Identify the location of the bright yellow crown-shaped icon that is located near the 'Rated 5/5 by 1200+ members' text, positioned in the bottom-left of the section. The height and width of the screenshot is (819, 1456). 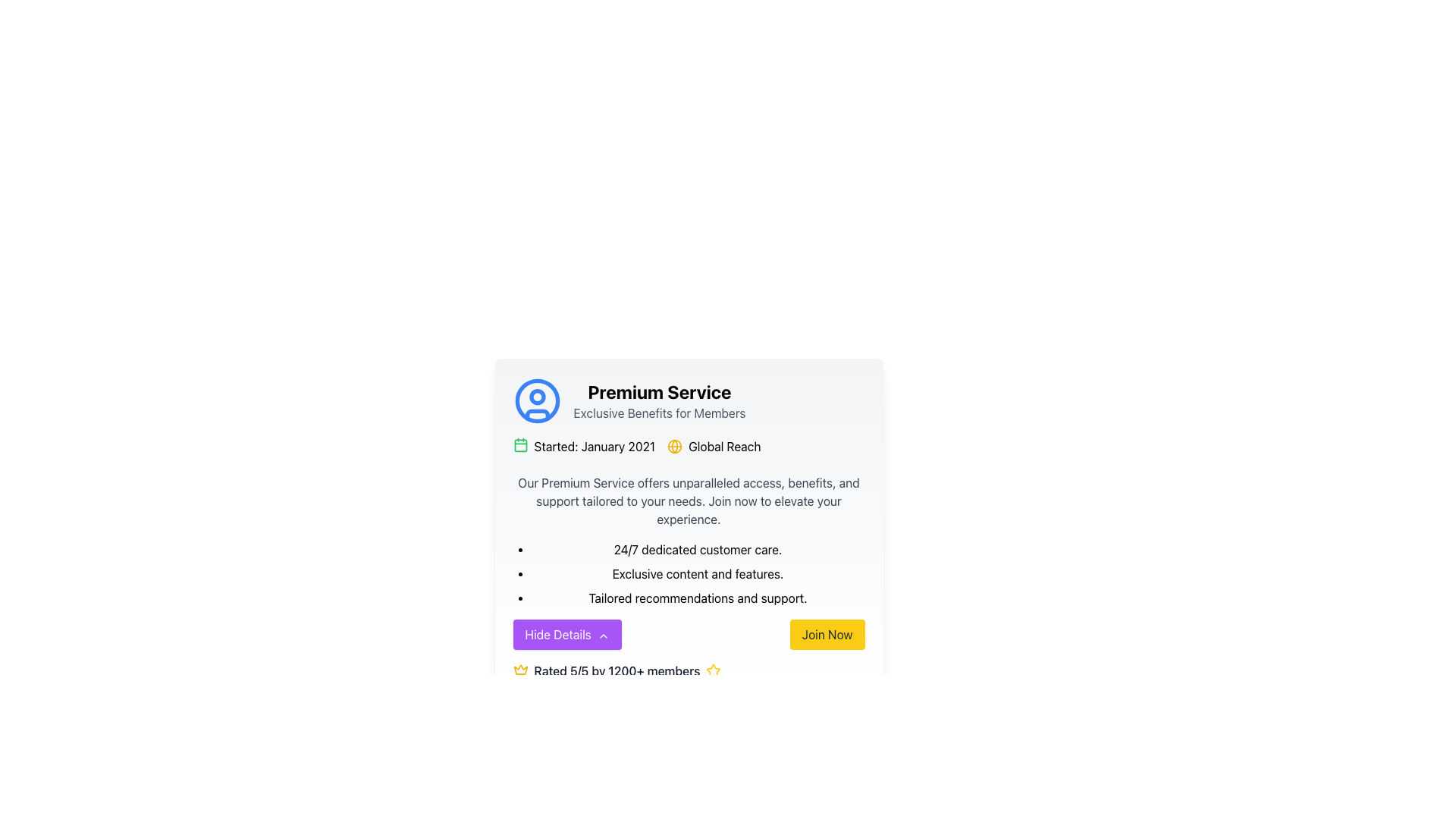
(520, 670).